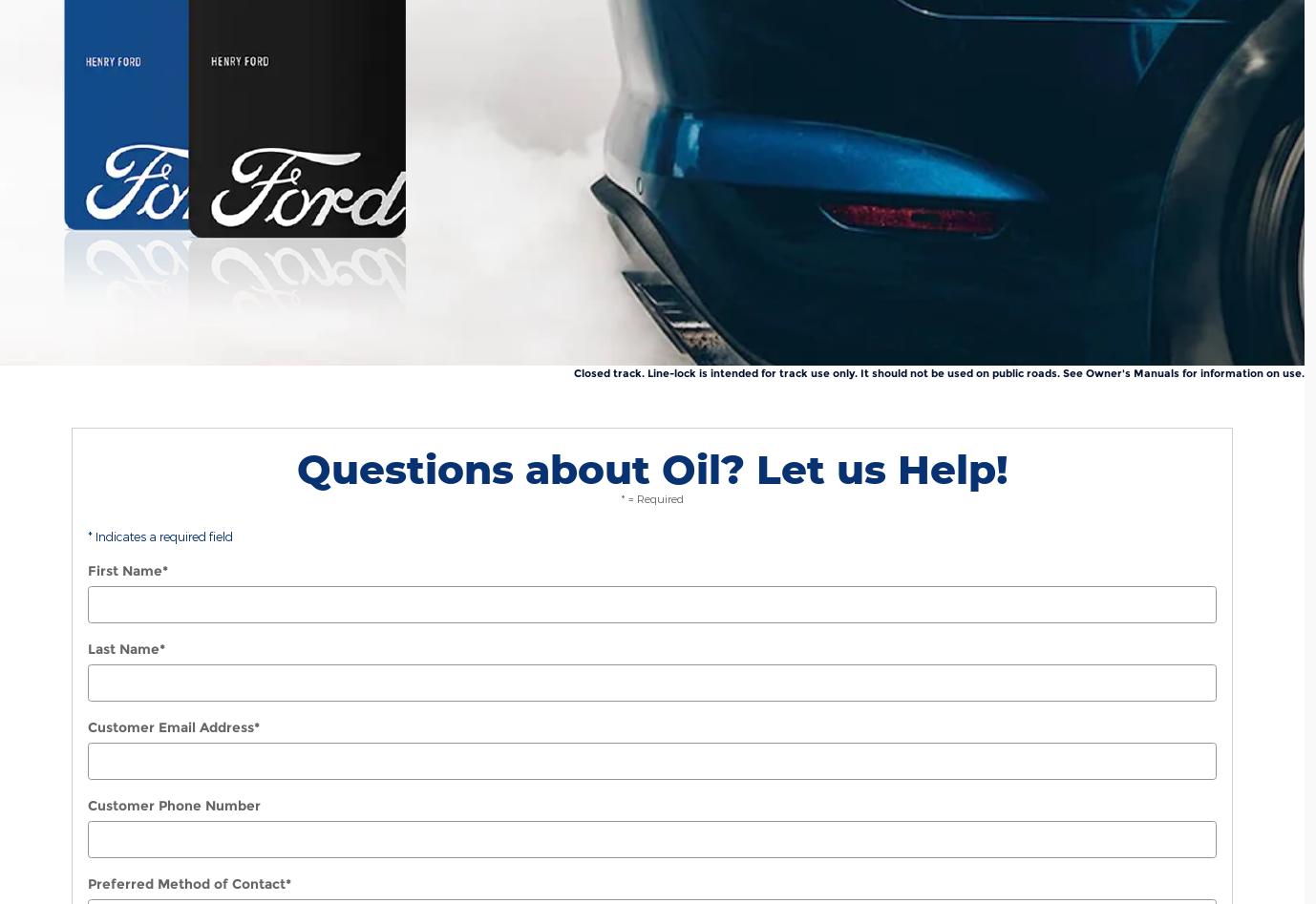 Image resolution: width=1316 pixels, height=904 pixels. What do you see at coordinates (651, 466) in the screenshot?
I see `'Questions about Oil? Let us Help!'` at bounding box center [651, 466].